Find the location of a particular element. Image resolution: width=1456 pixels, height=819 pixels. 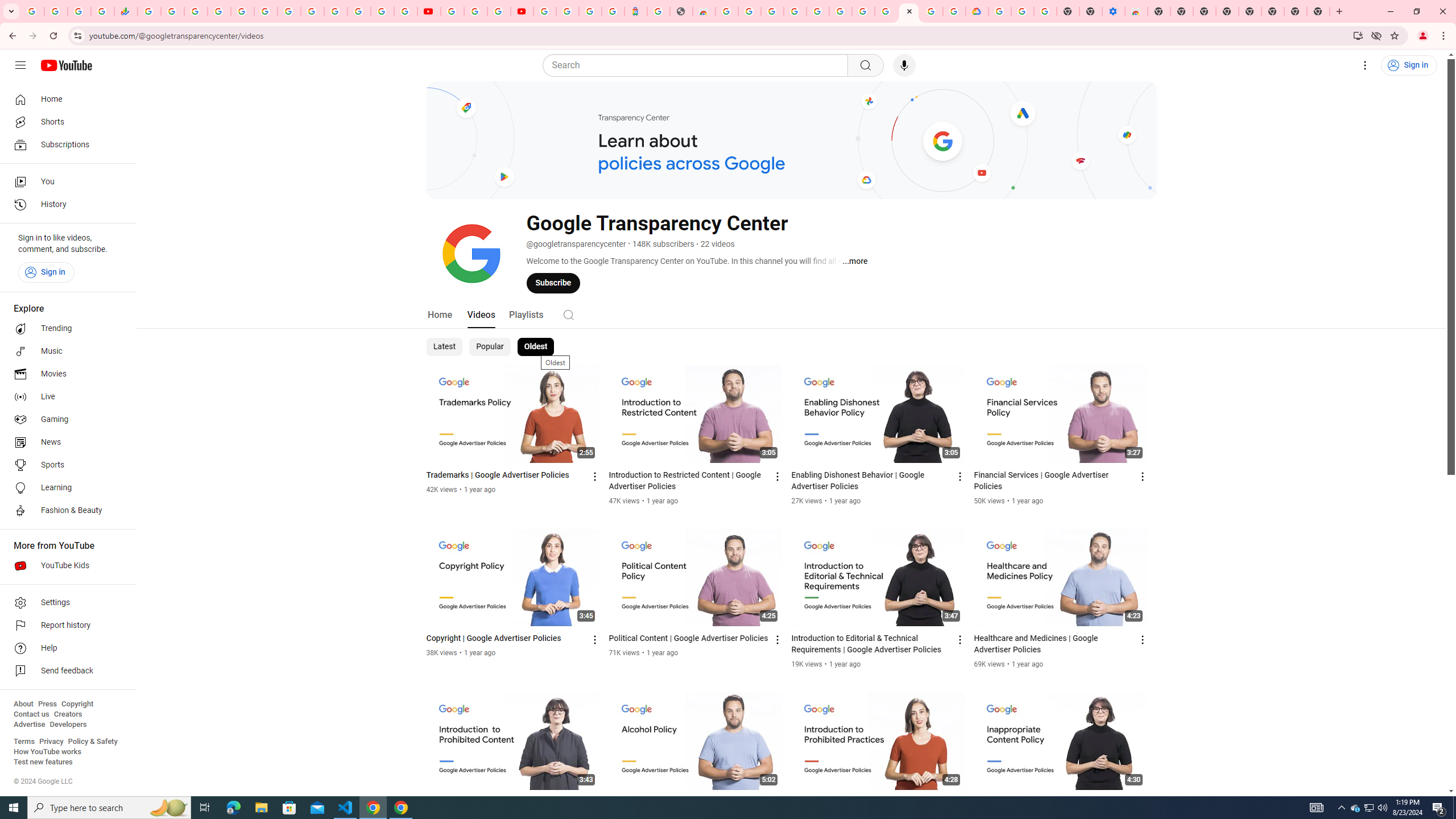

'Atour Hotel - Google hotels' is located at coordinates (635, 11).